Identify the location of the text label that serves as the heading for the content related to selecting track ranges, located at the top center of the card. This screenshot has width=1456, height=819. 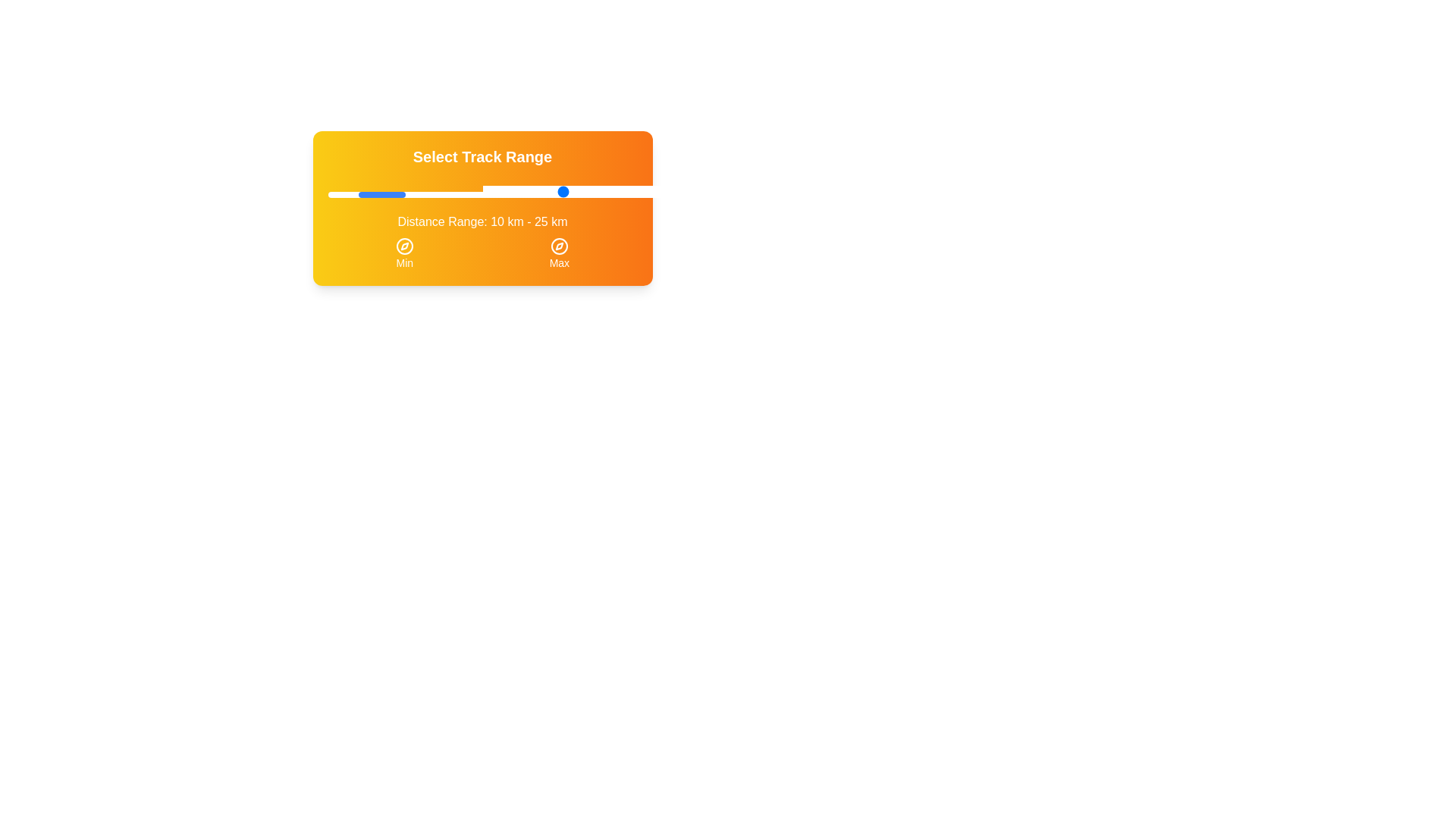
(482, 157).